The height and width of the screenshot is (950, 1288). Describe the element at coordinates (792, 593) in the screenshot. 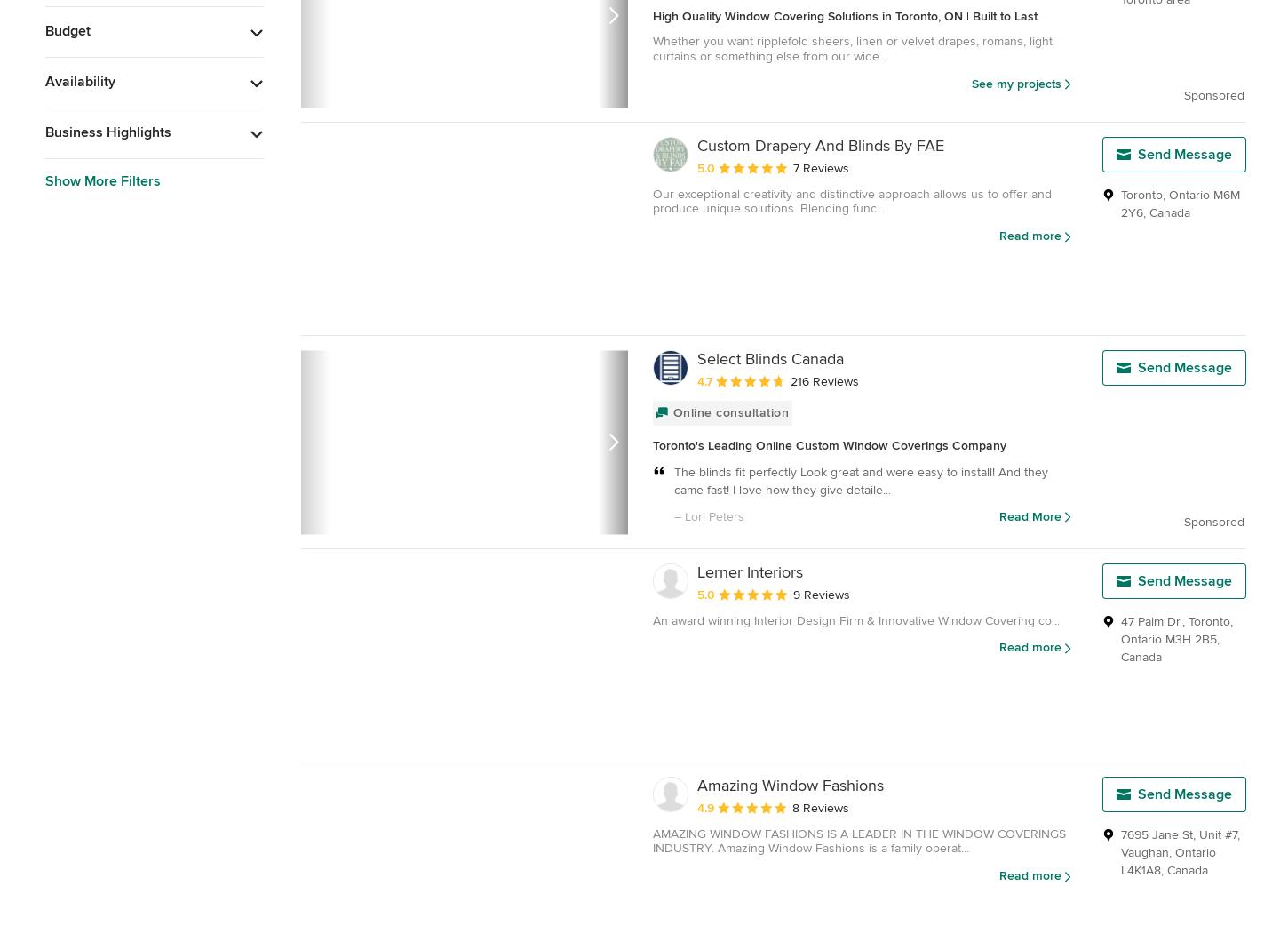

I see `'9 Reviews'` at that location.